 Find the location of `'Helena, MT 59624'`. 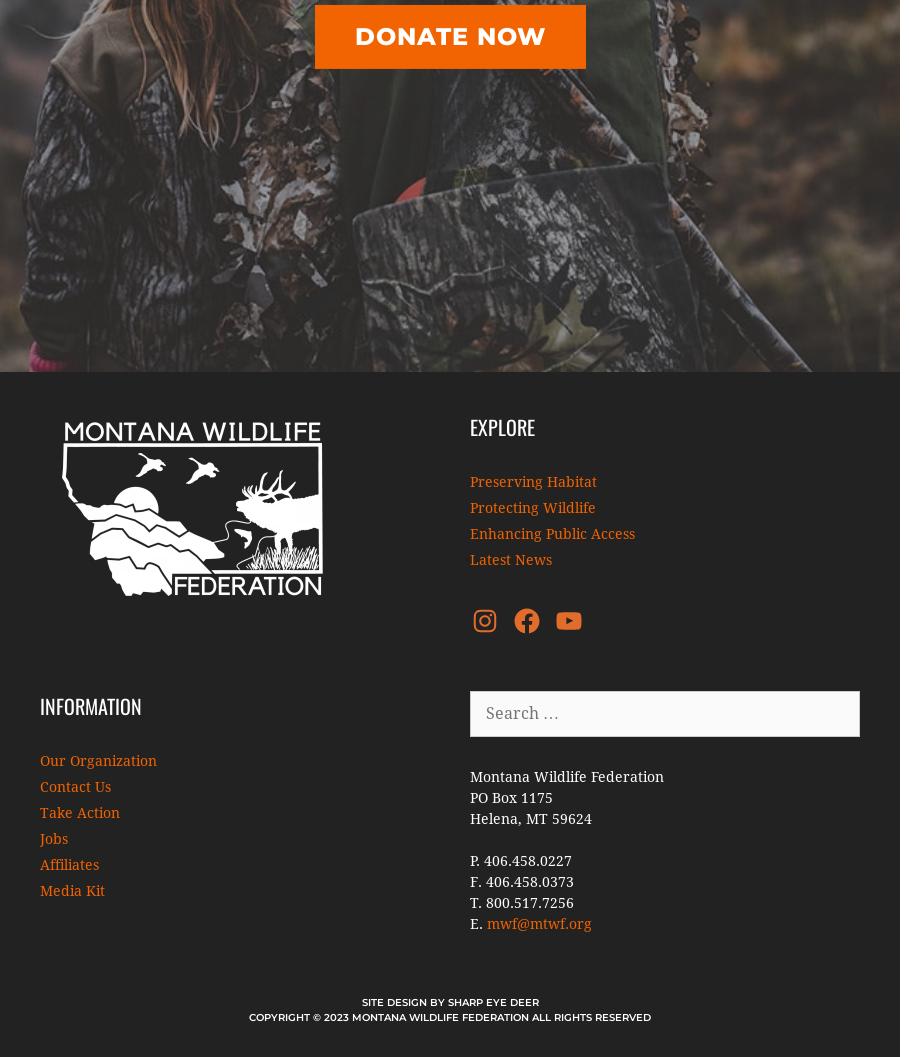

'Helena, MT 59624' is located at coordinates (531, 818).